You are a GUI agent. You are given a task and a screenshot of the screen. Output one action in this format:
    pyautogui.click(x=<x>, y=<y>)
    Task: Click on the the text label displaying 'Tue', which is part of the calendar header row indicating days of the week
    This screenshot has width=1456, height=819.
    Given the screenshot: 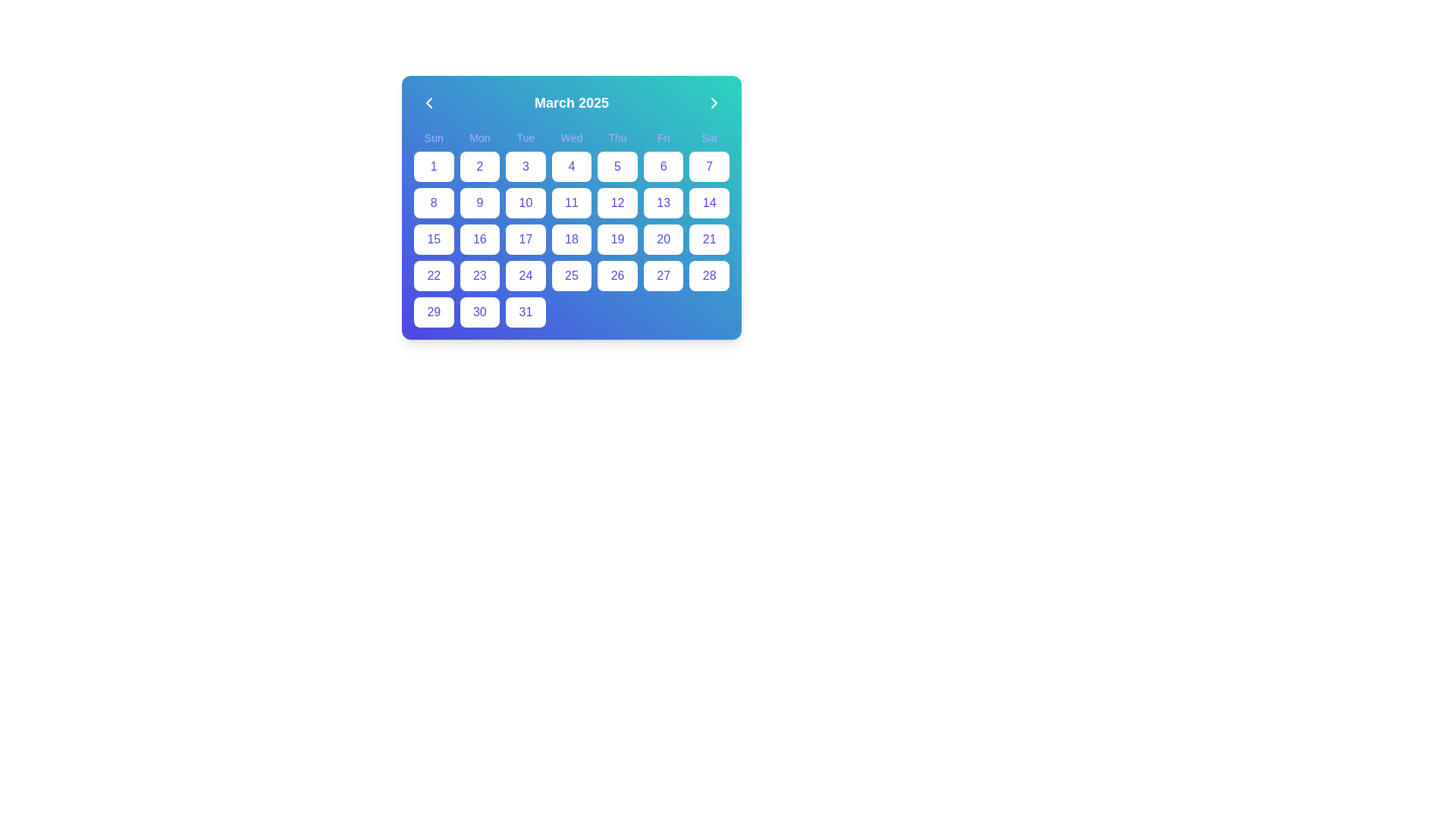 What is the action you would take?
    pyautogui.click(x=526, y=137)
    